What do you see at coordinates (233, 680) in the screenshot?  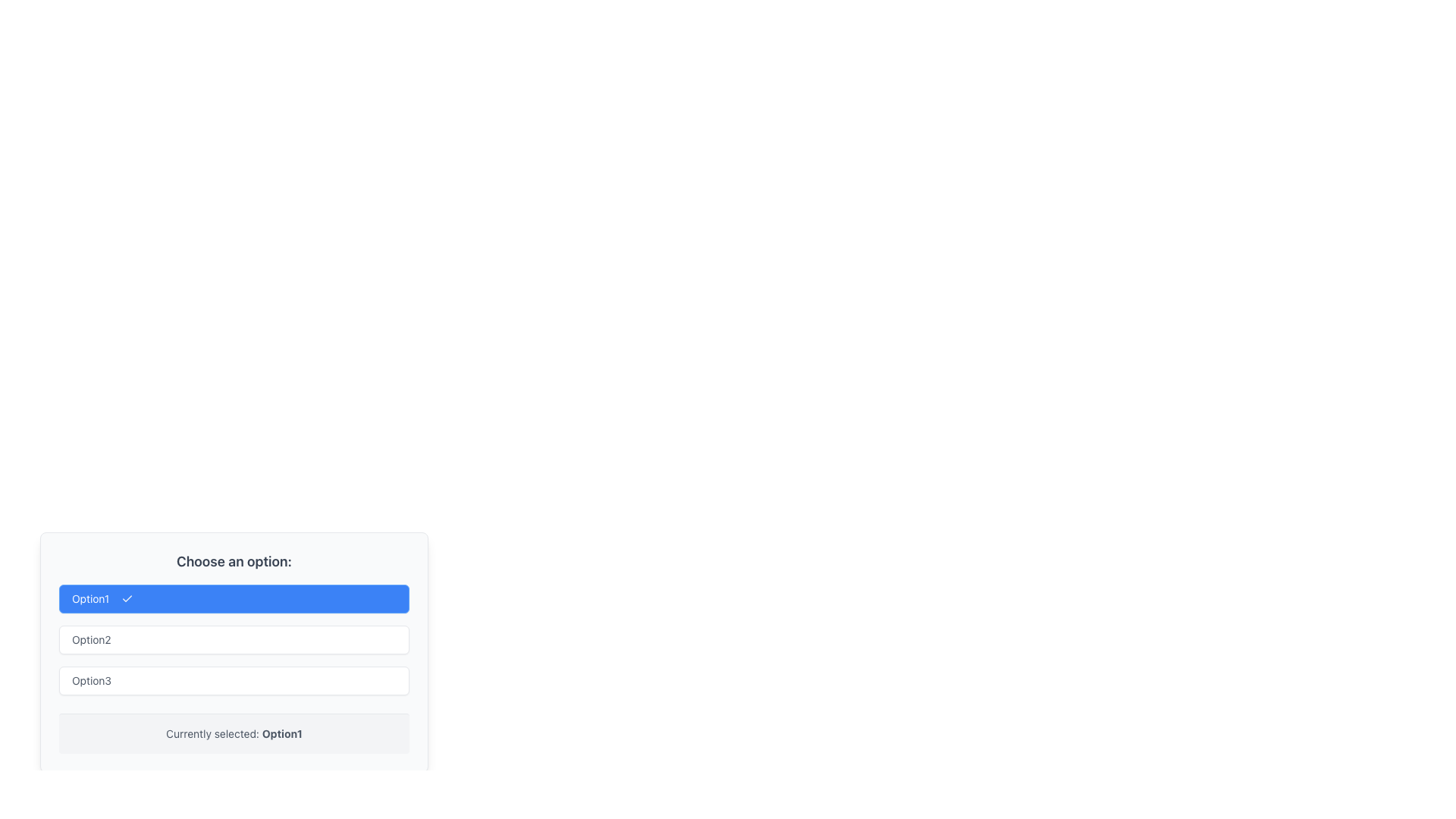 I see `the button labeled 'Option3', which is a rectangular button with a white background and rounded corners` at bounding box center [233, 680].